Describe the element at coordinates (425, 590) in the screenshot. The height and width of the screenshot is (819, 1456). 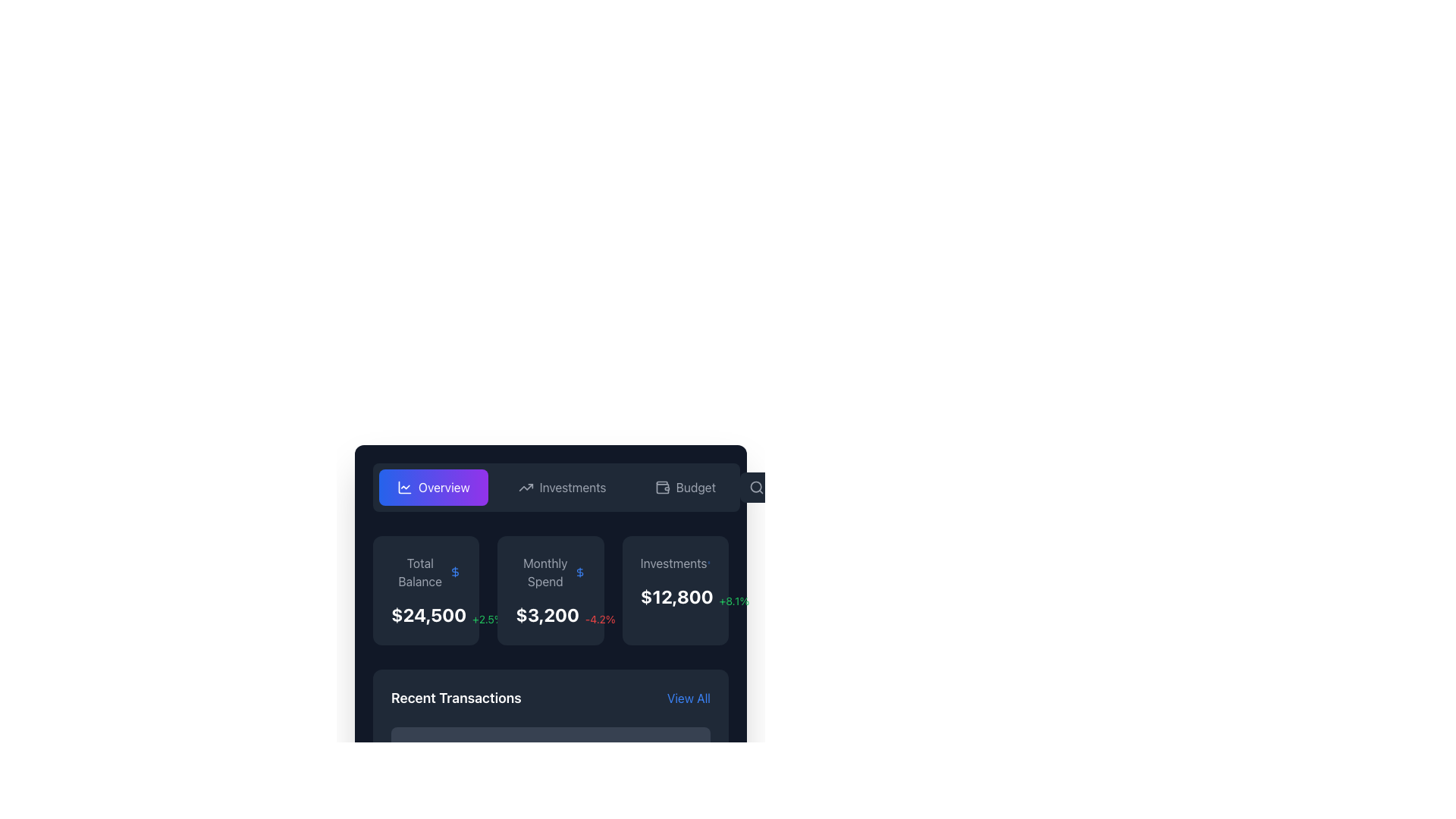
I see `total balance summary displayed on the first Information card located in the leftmost column of the grid layout` at that location.